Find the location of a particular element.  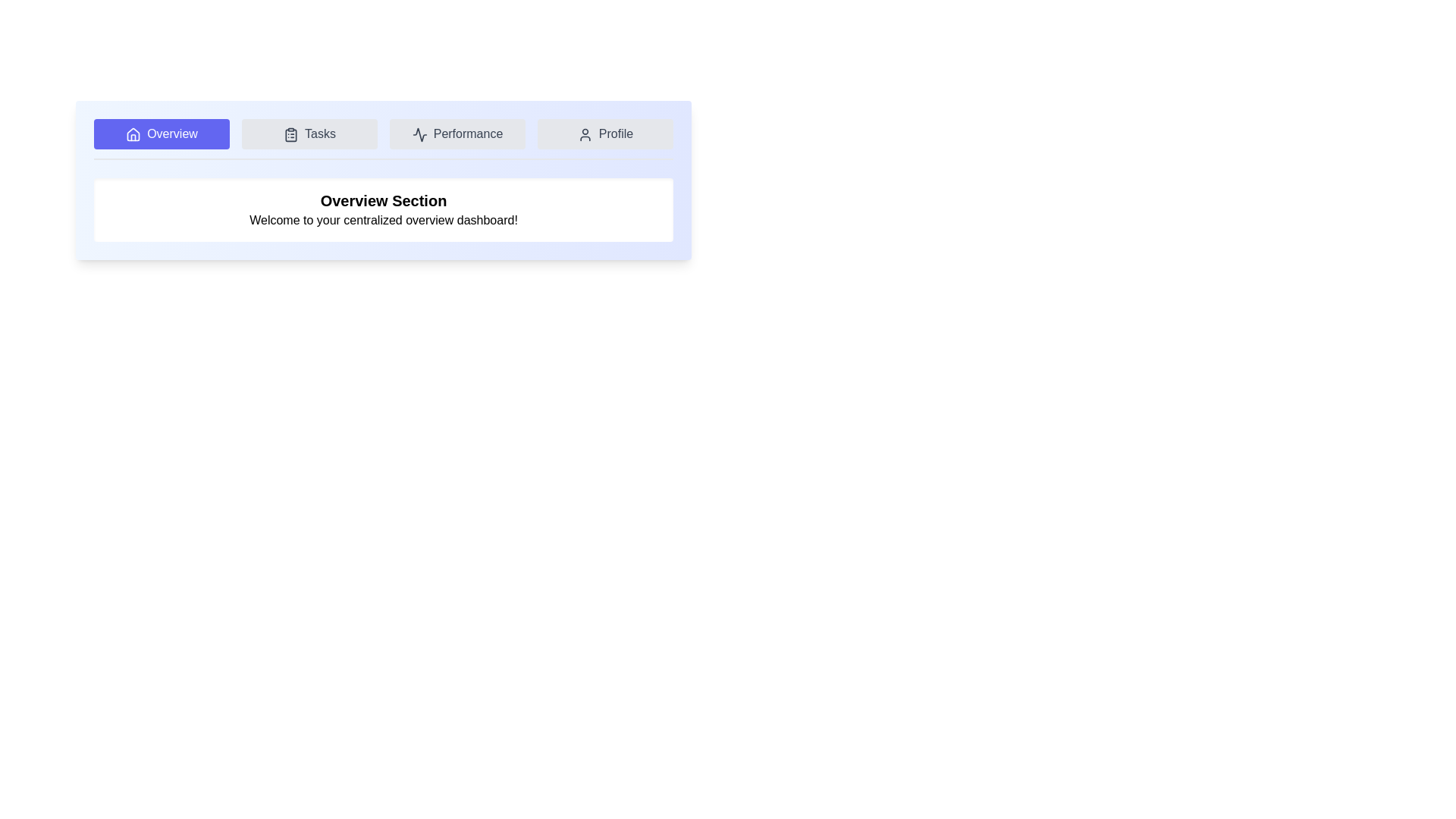

the decorative clipboard list icon SVG that visually represents the 'Tasks' function, located in the navigation bar adjacent to the 'Overview' section is located at coordinates (291, 134).